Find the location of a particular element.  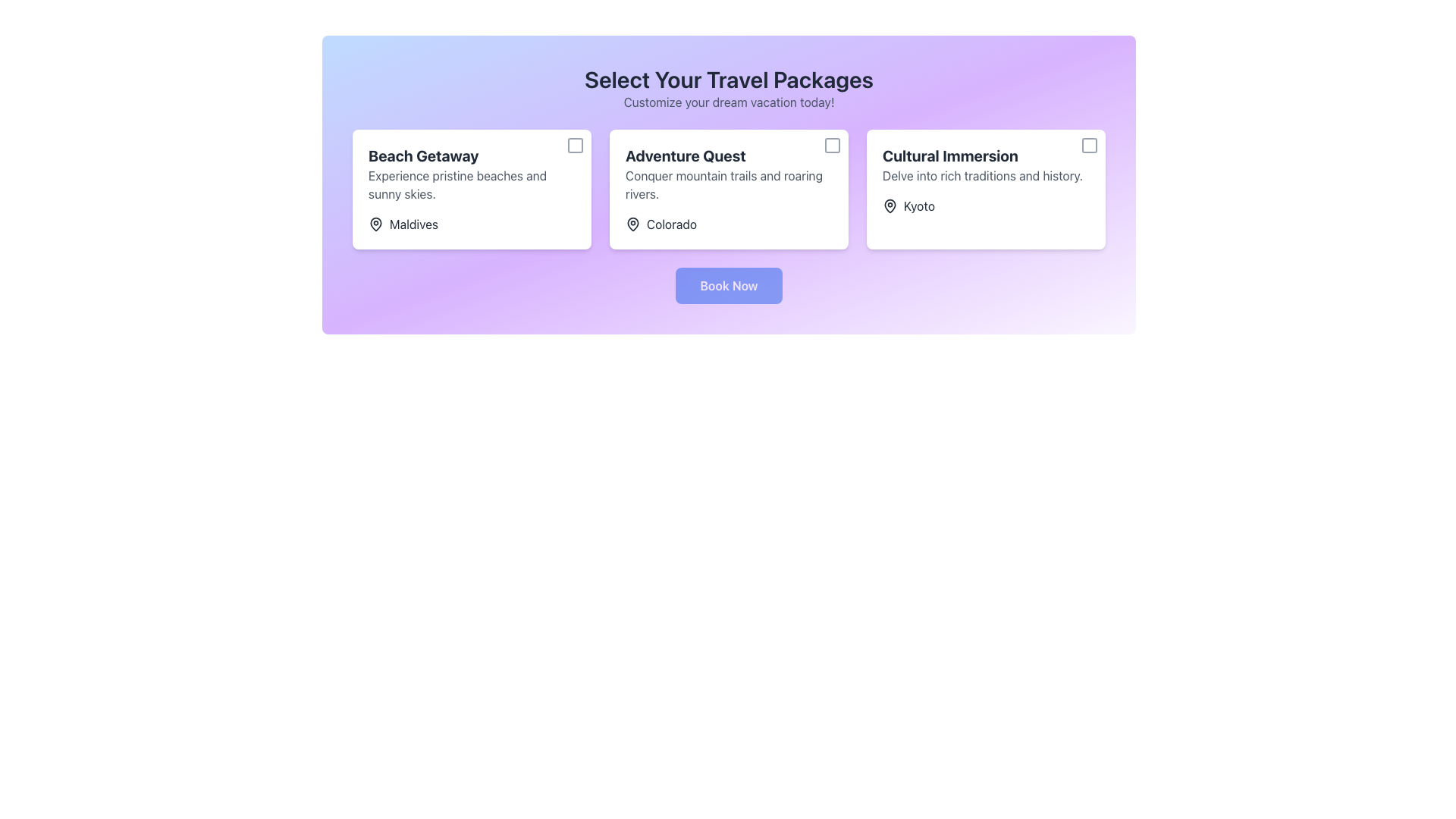

the location icon representing 'Maldives' situated in the bottom-left corner of the leftmost card in a row of three cards is located at coordinates (375, 223).